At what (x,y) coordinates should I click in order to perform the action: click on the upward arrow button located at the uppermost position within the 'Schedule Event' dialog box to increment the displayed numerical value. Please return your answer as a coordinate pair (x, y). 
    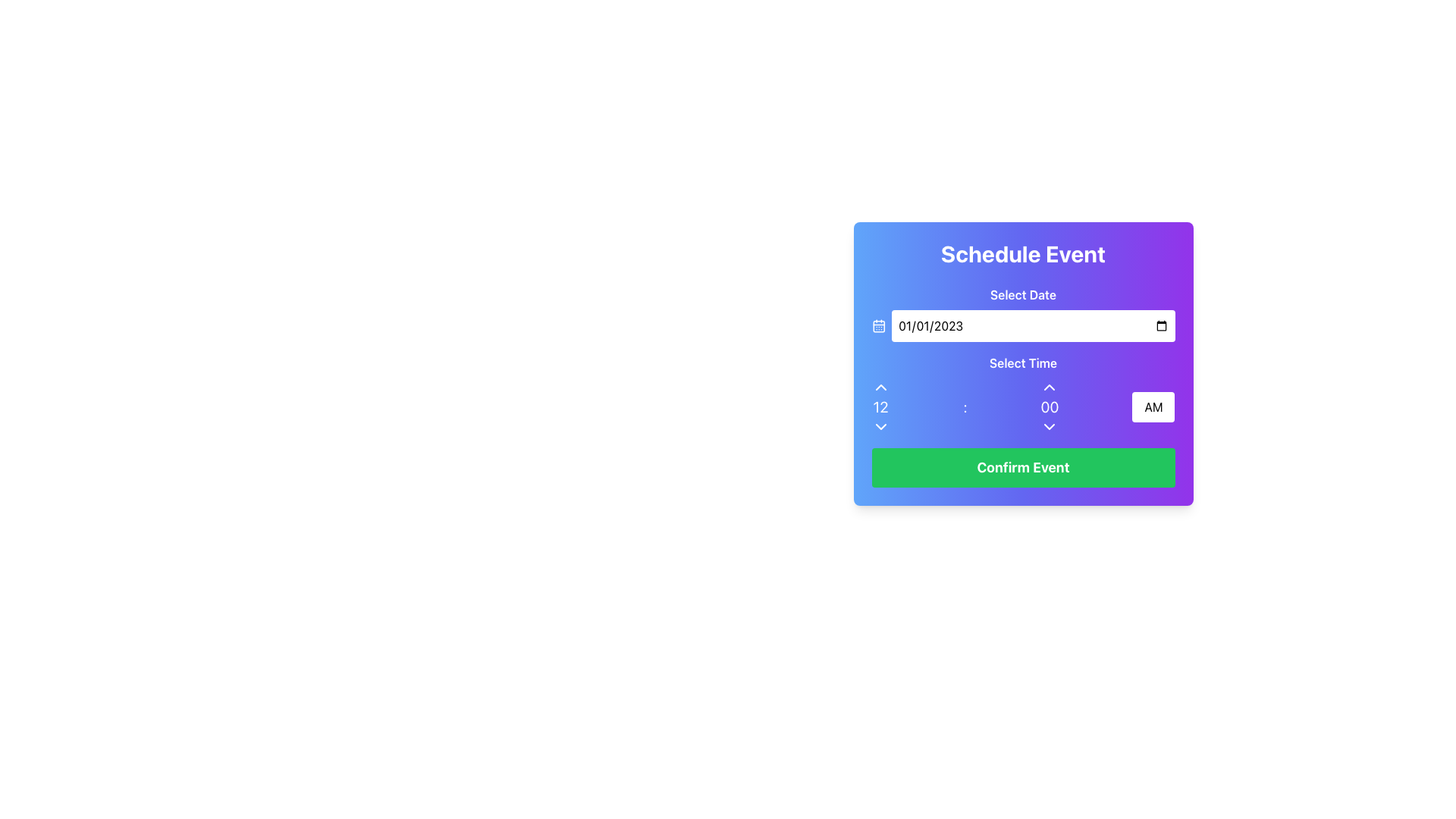
    Looking at the image, I should click on (880, 386).